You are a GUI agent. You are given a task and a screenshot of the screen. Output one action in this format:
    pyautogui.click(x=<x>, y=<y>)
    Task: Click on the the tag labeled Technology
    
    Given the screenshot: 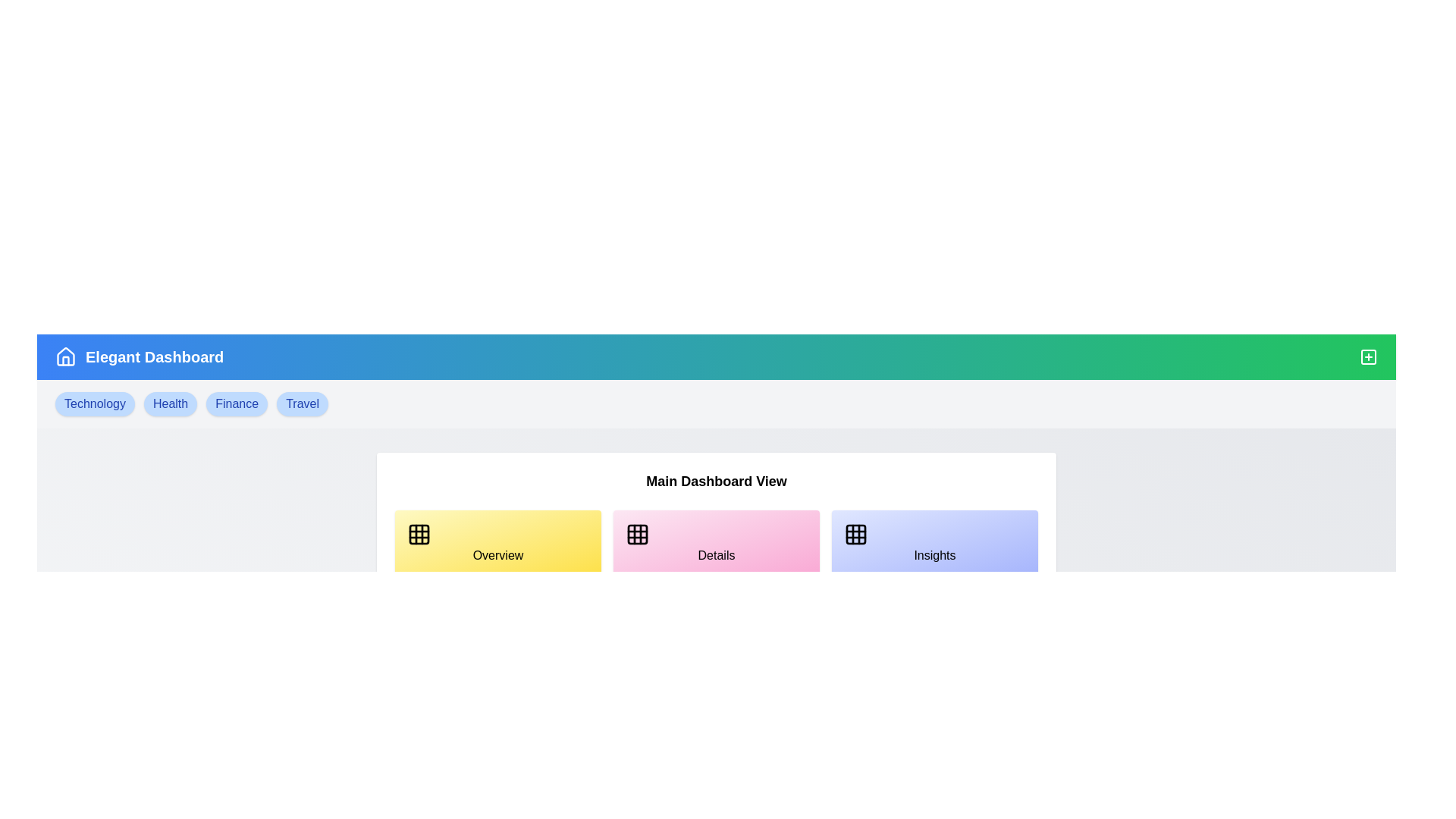 What is the action you would take?
    pyautogui.click(x=93, y=403)
    